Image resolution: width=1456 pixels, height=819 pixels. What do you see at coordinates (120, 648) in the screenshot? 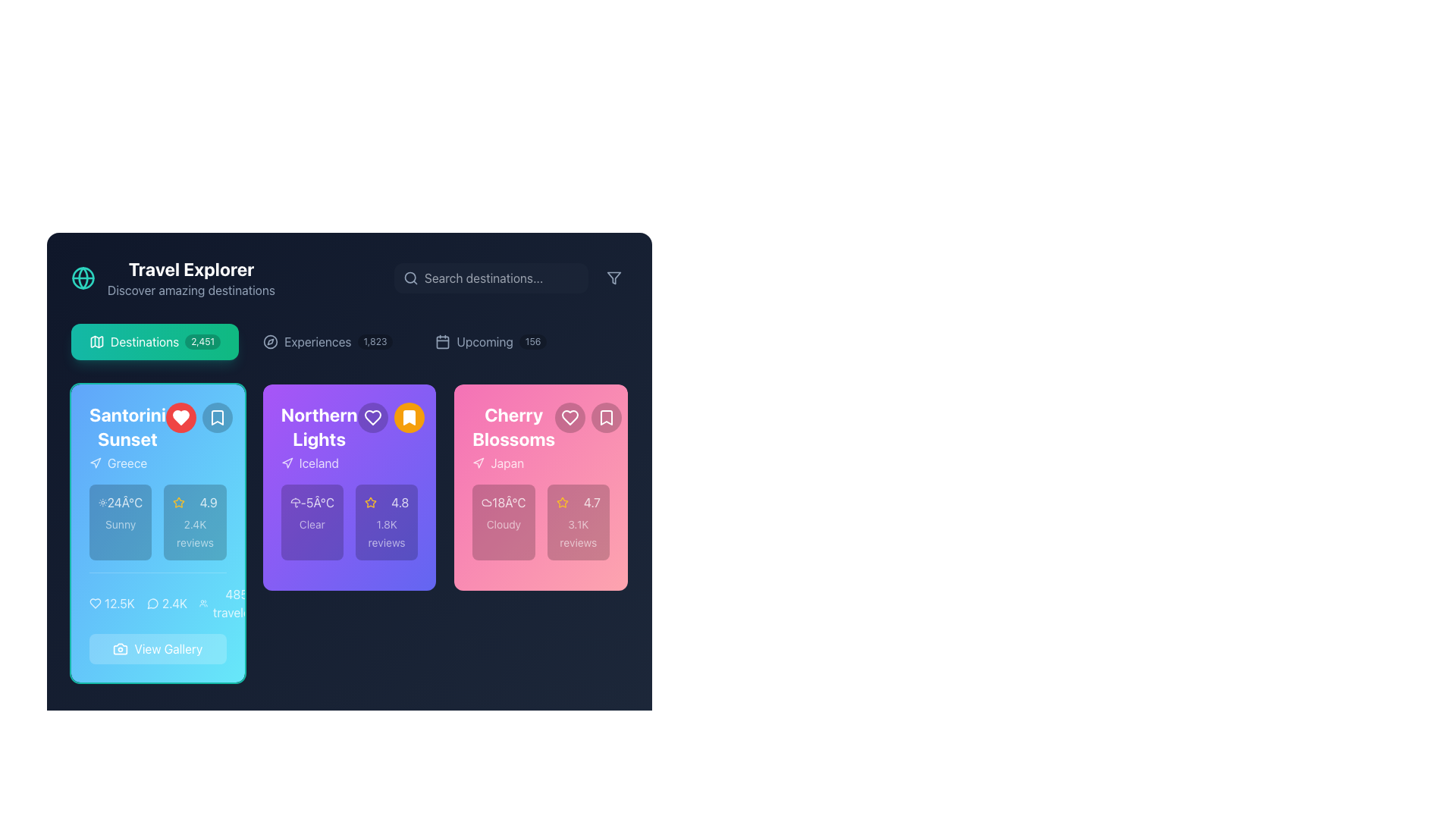
I see `the stylized camera icon located in the header area of the 'Santorini Sunset' card, which features a rounded rectangular body and a lens circle at its center` at bounding box center [120, 648].